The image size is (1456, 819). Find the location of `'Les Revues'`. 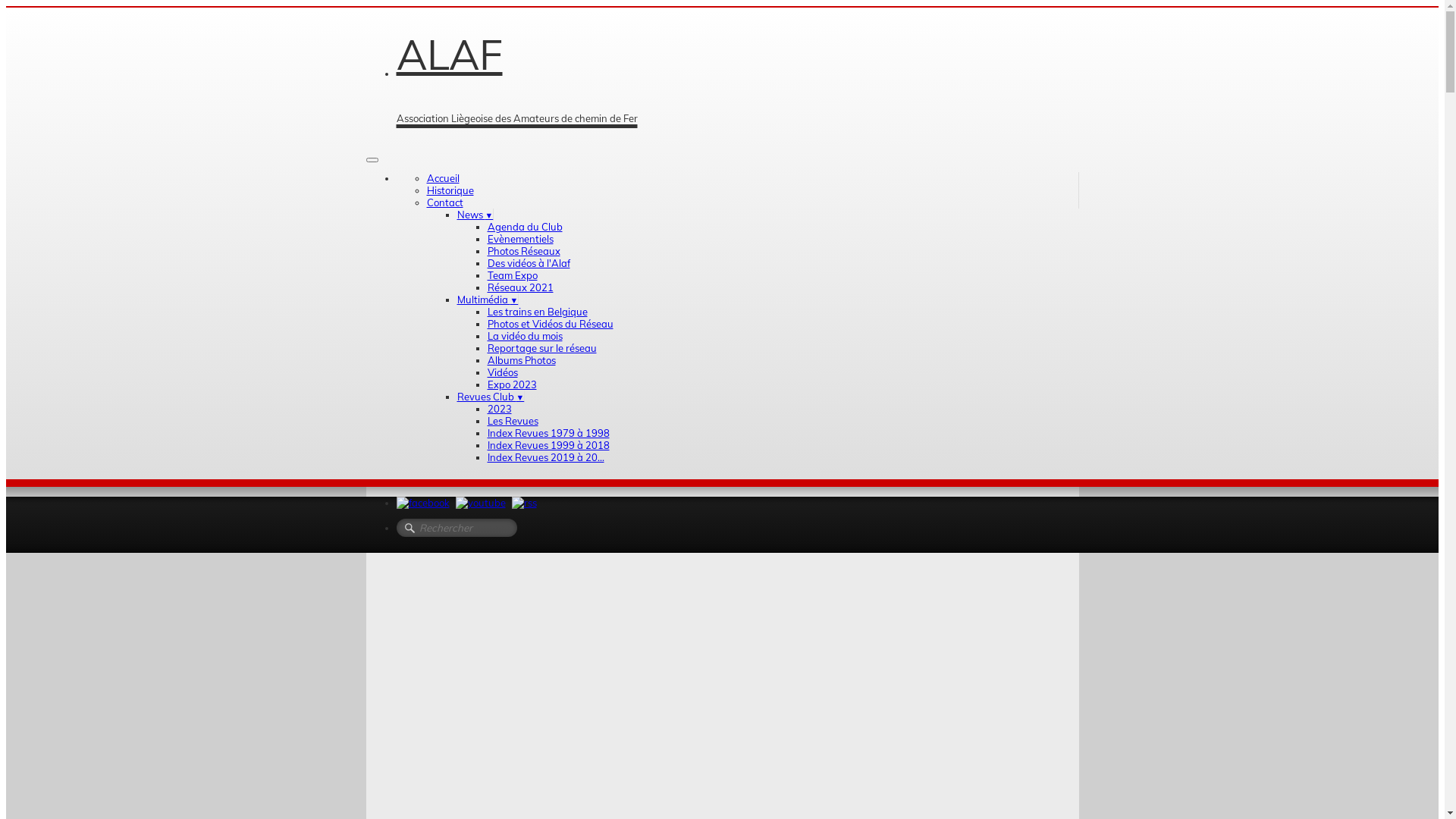

'Les Revues' is located at coordinates (487, 421).